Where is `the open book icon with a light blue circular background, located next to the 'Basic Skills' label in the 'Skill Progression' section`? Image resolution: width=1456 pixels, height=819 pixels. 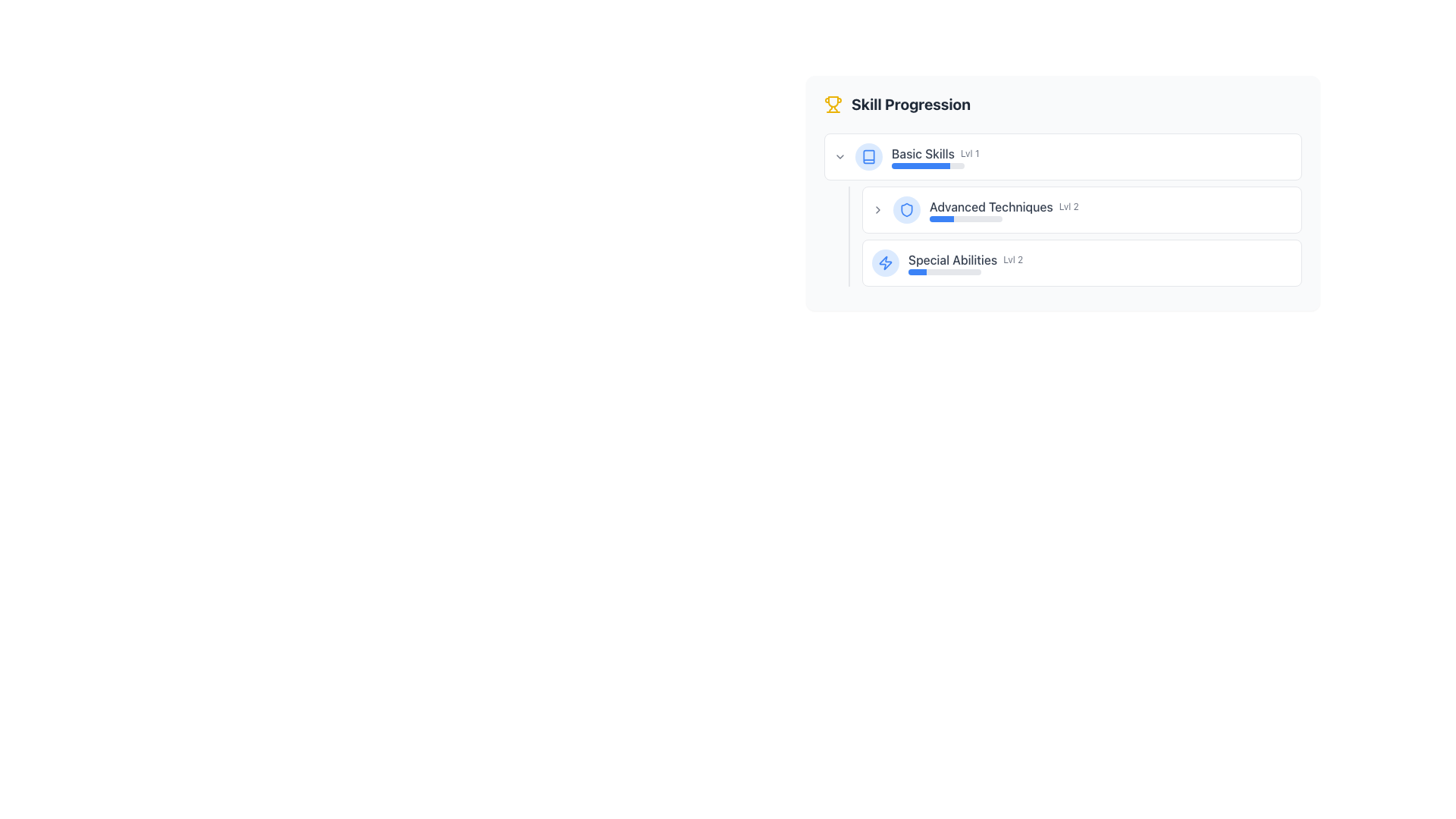 the open book icon with a light blue circular background, located next to the 'Basic Skills' label in the 'Skill Progression' section is located at coordinates (869, 157).